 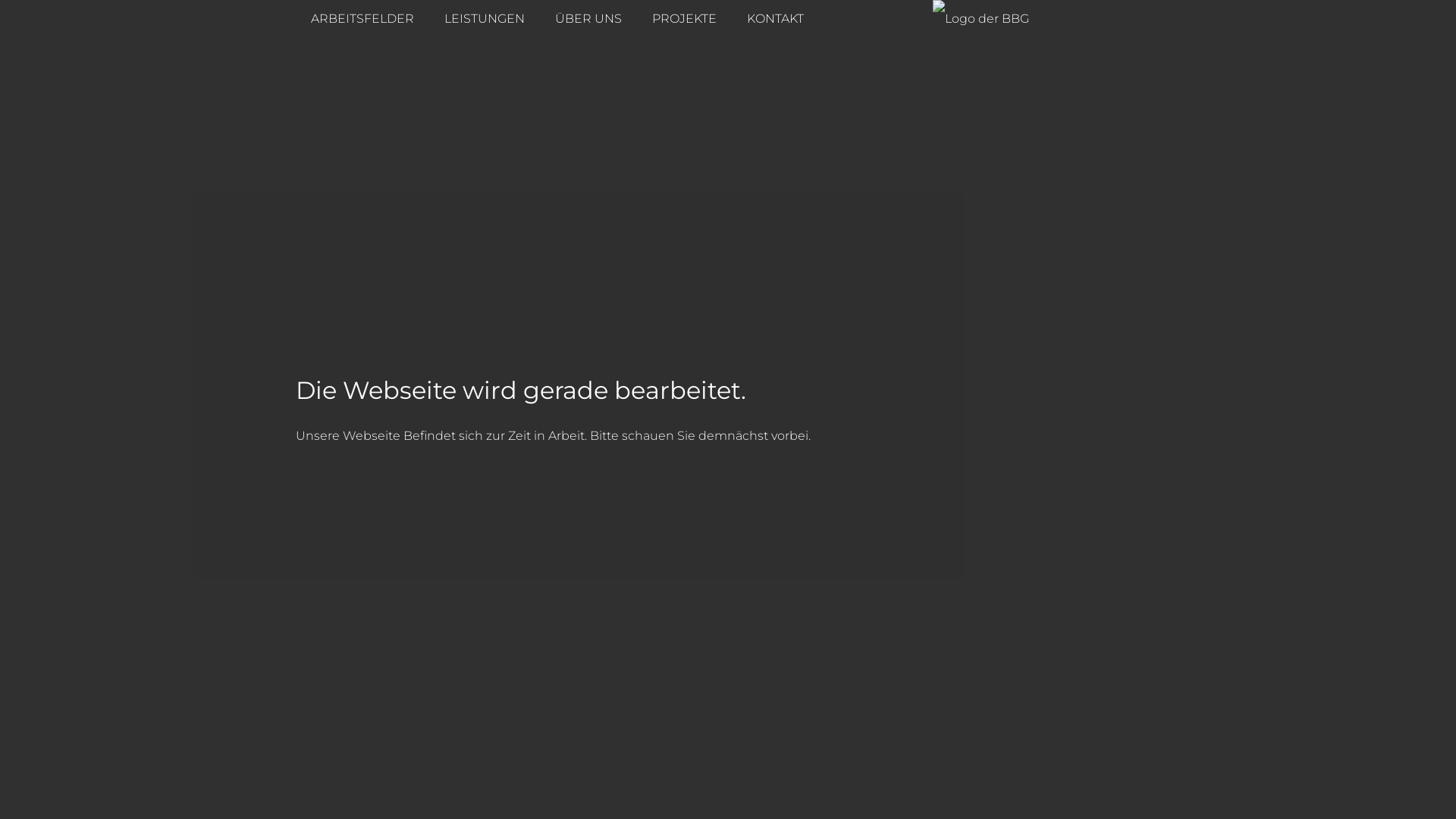 I want to click on 'KONTAKT', so click(x=731, y=18).